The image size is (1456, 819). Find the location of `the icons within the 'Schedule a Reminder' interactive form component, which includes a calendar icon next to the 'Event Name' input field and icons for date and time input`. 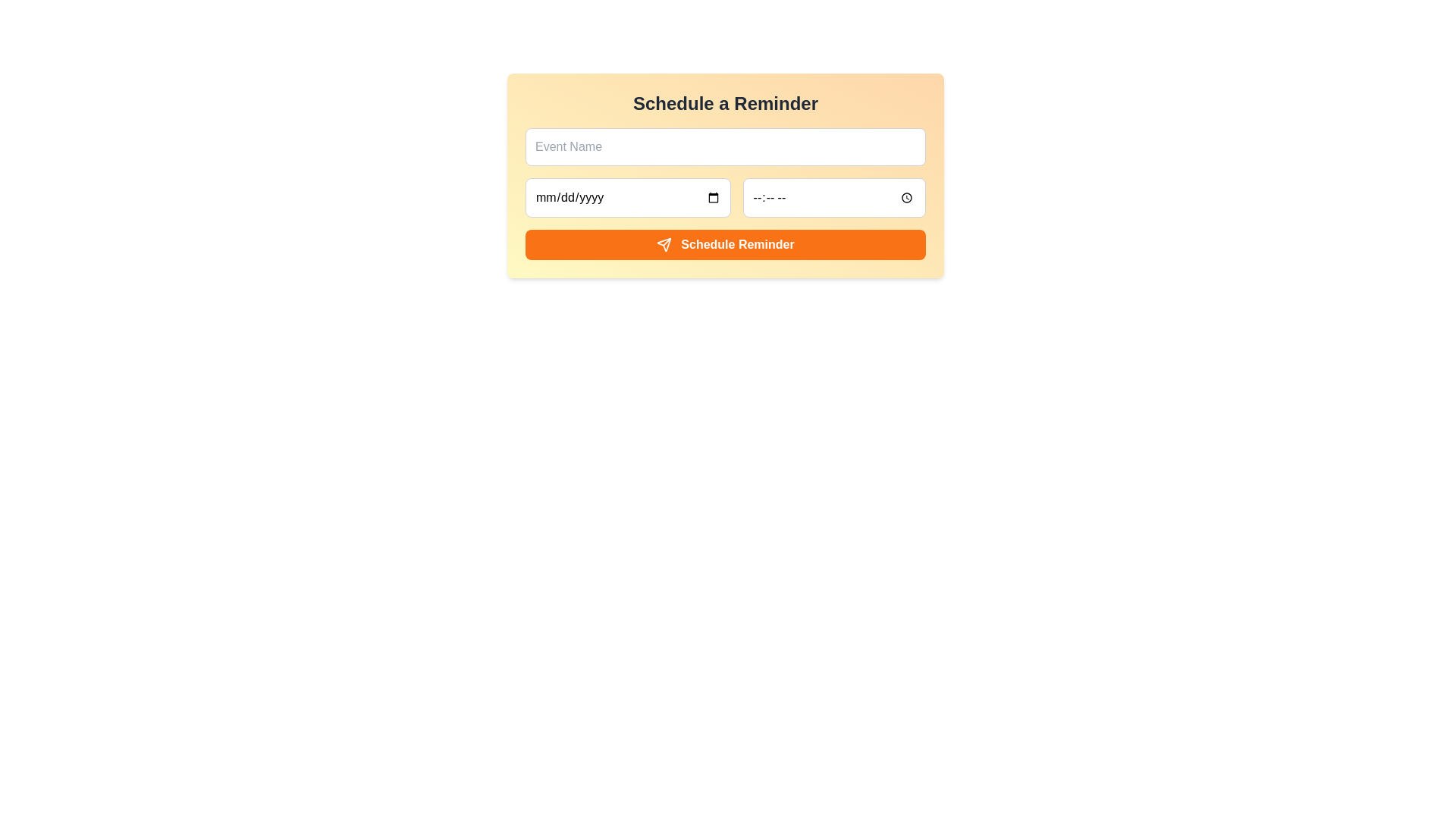

the icons within the 'Schedule a Reminder' interactive form component, which includes a calendar icon next to the 'Event Name' input field and icons for date and time input is located at coordinates (724, 174).